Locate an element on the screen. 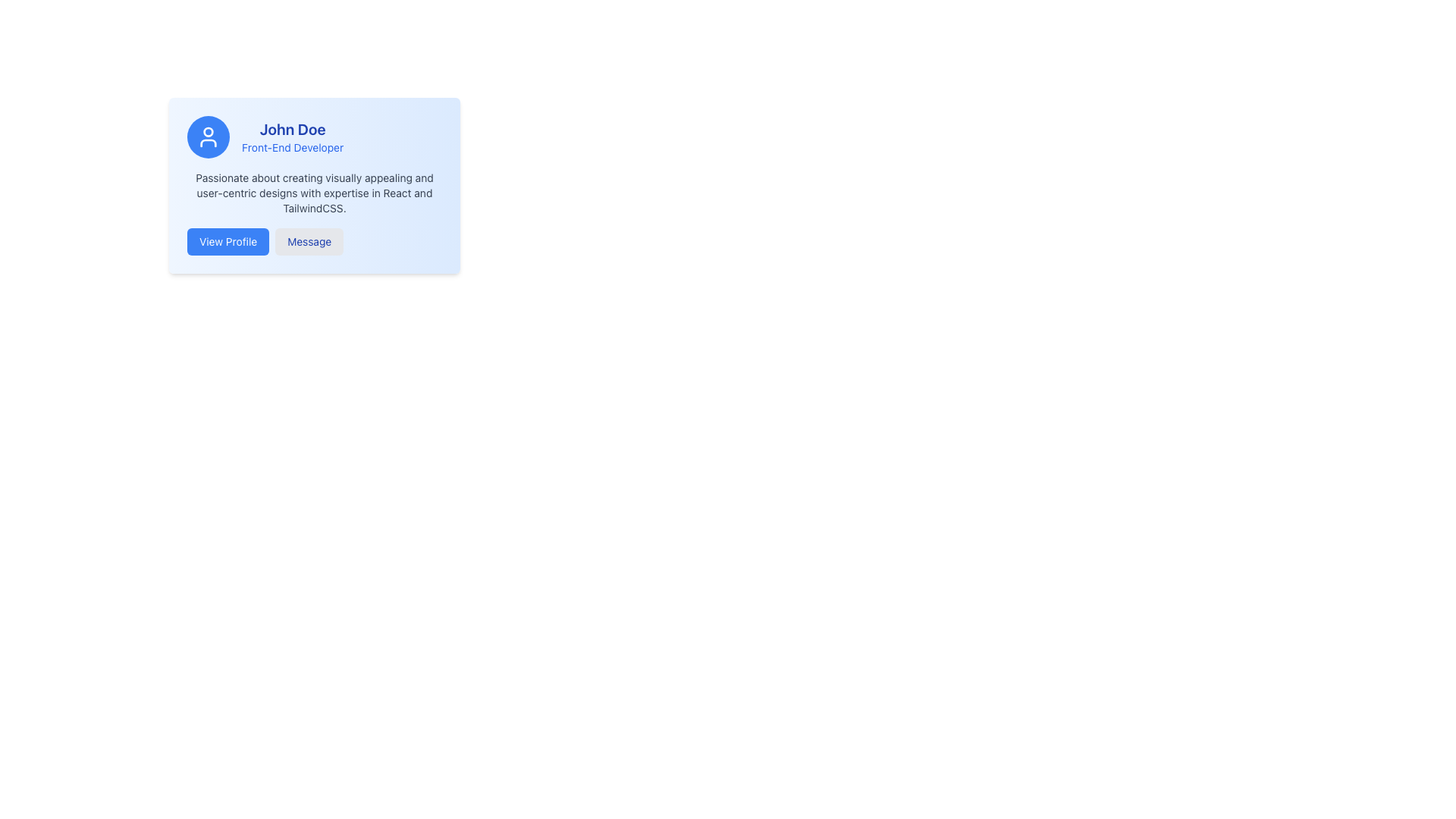 This screenshot has height=819, width=1456. the static text element displaying 'Front-End Developer', which is styled in smaller blue font and positioned below the larger text 'John Doe' on the profile card is located at coordinates (293, 148).